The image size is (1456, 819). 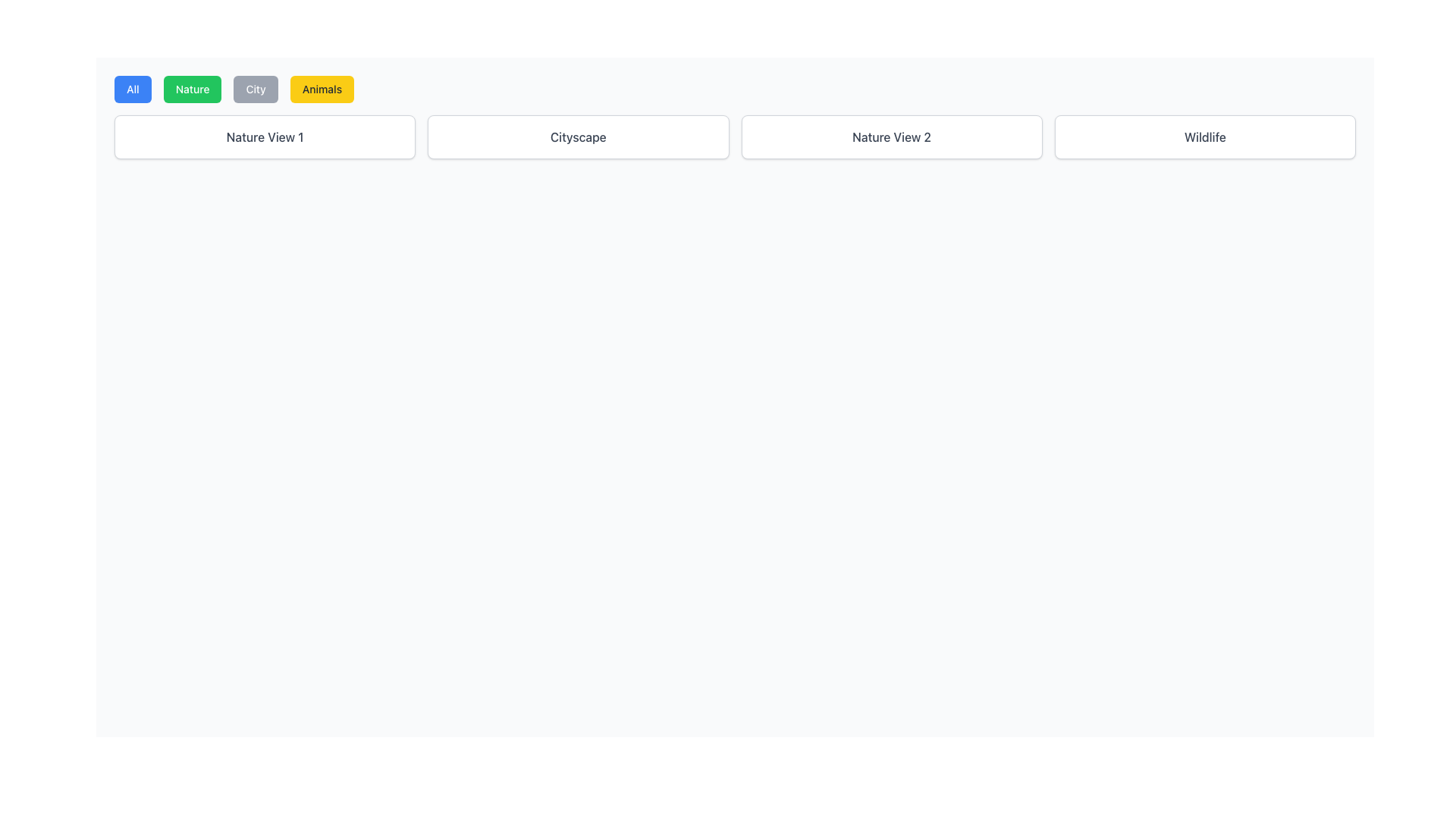 What do you see at coordinates (265, 137) in the screenshot?
I see `the 'Nature View 1' label card, which is the first item in the grid layout, to perform an action with adjacent elements` at bounding box center [265, 137].